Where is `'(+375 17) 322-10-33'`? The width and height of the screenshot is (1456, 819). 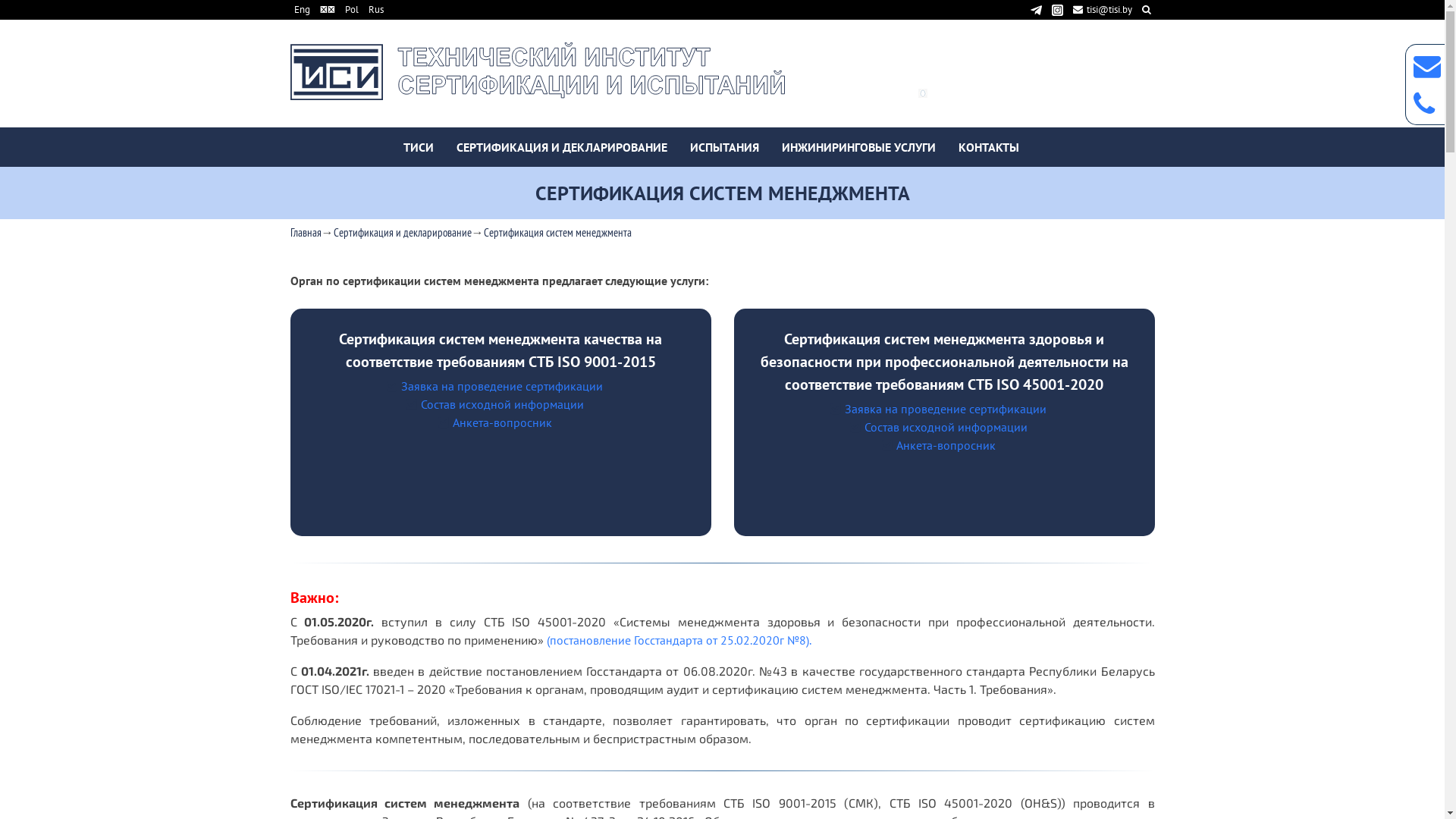
'(+375 17) 322-10-33' is located at coordinates (916, 54).